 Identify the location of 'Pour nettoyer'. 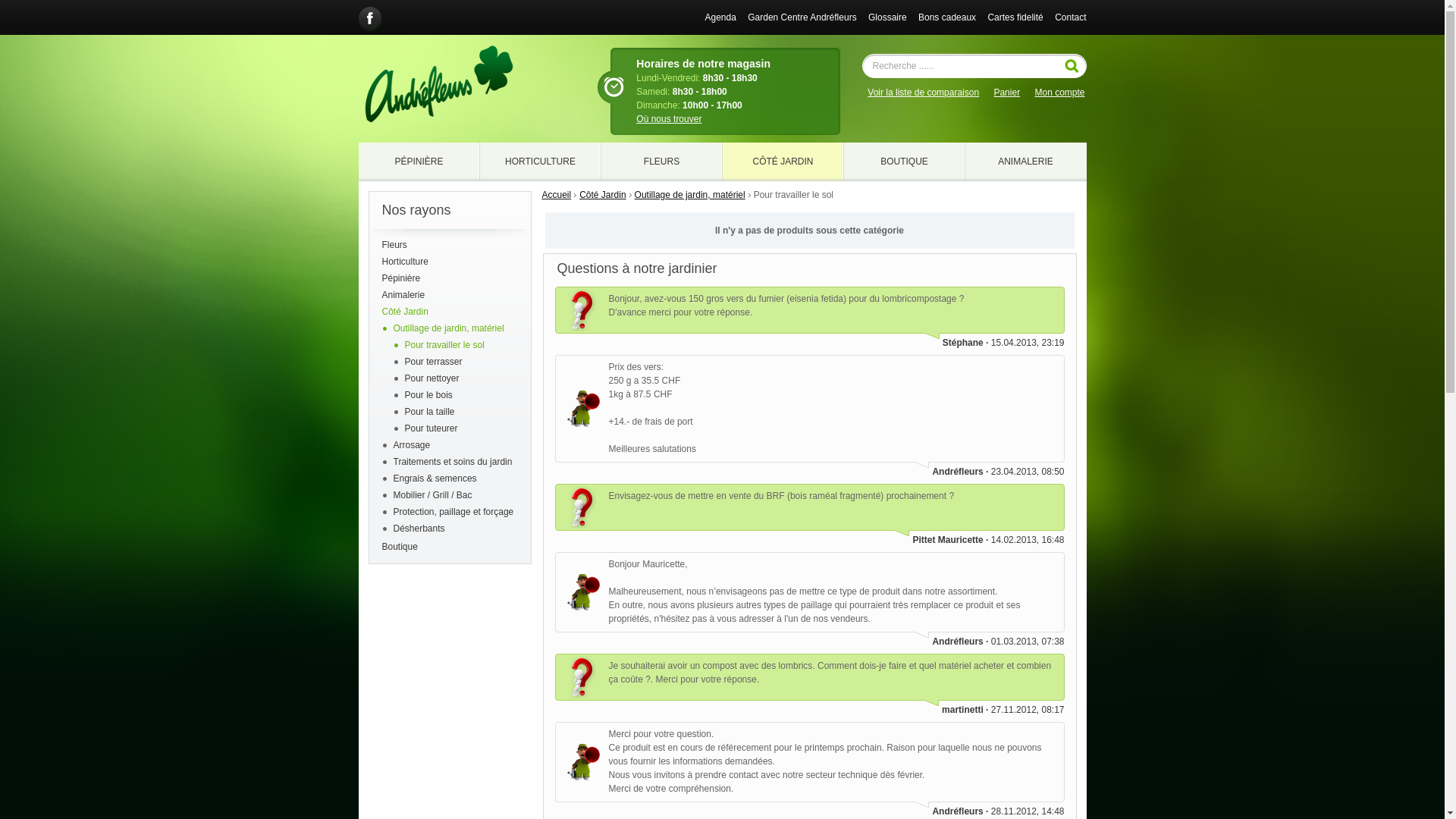
(431, 377).